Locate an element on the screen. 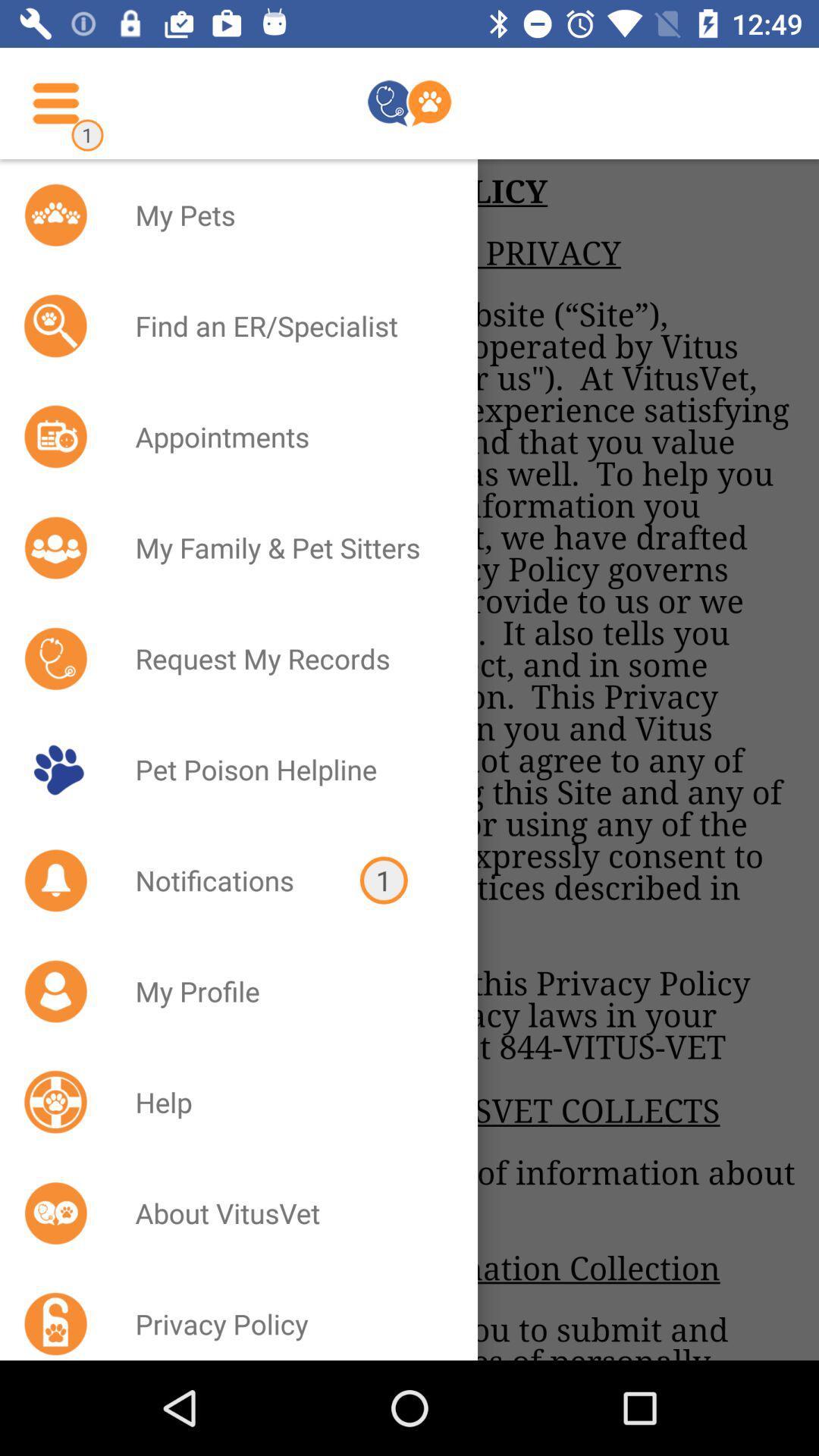  the my profile icon is located at coordinates (287, 991).